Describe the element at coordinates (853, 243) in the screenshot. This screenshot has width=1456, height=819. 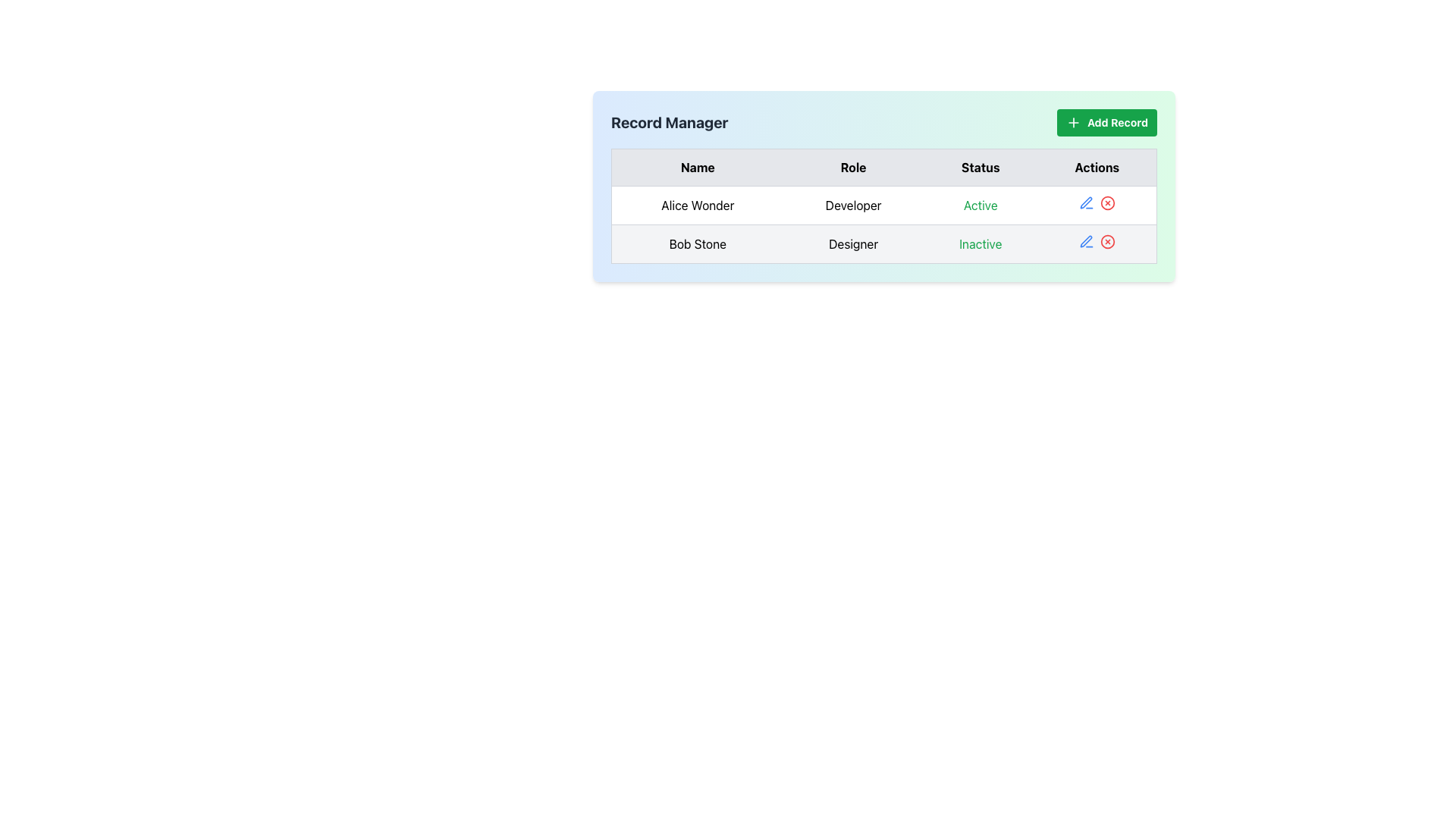
I see `the text element displaying 'Designer' in the second row of the table under the 'Role' column for Bob Stone` at that location.